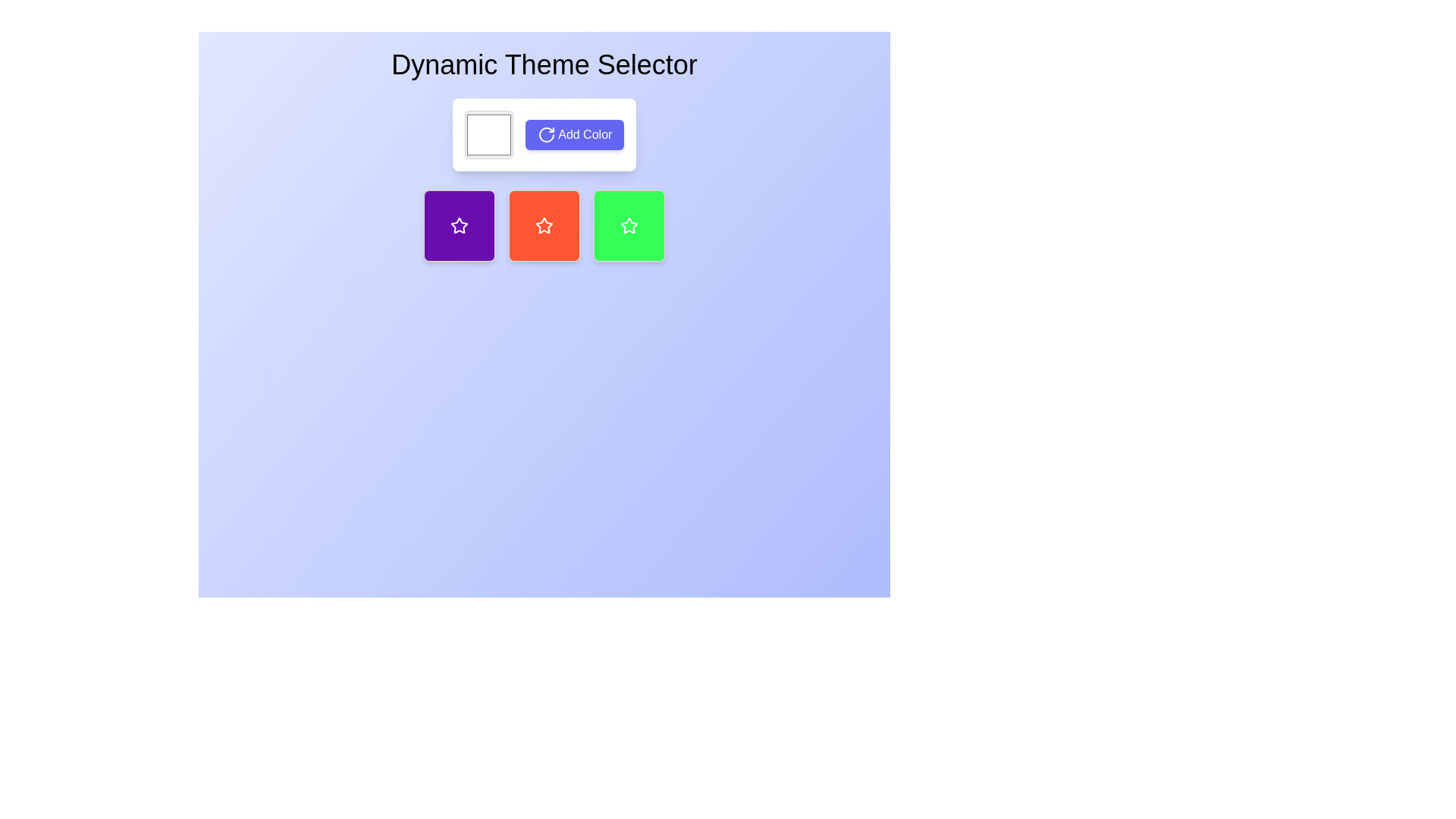  I want to click on the white star icon on a green square background located in the bottom right corner of the grid, which is the third icon in the row below the 'Dynamic Theme Selector' heading, so click(629, 225).